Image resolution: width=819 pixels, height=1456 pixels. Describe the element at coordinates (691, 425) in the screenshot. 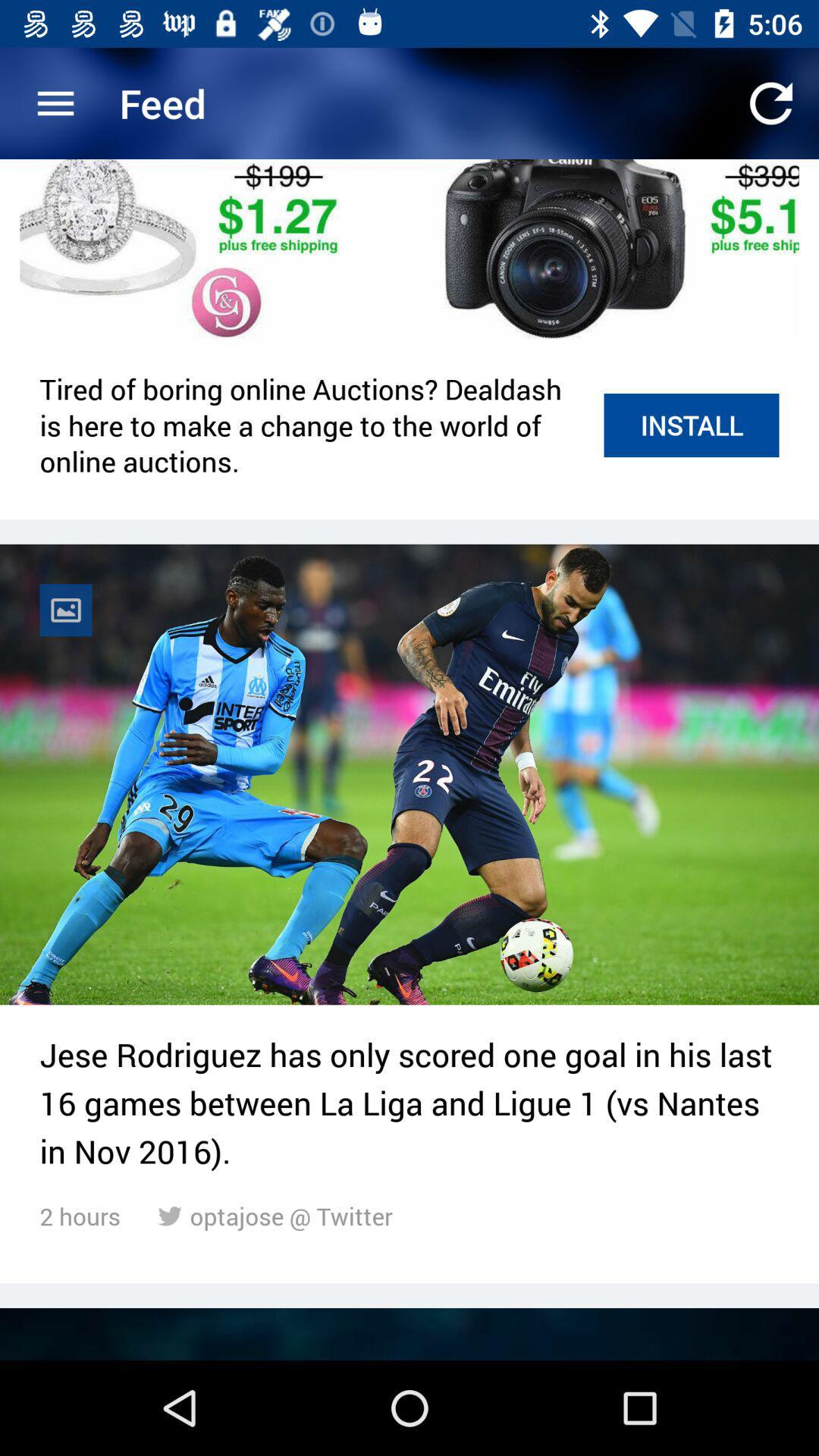

I see `icon next to the tired of boring icon` at that location.